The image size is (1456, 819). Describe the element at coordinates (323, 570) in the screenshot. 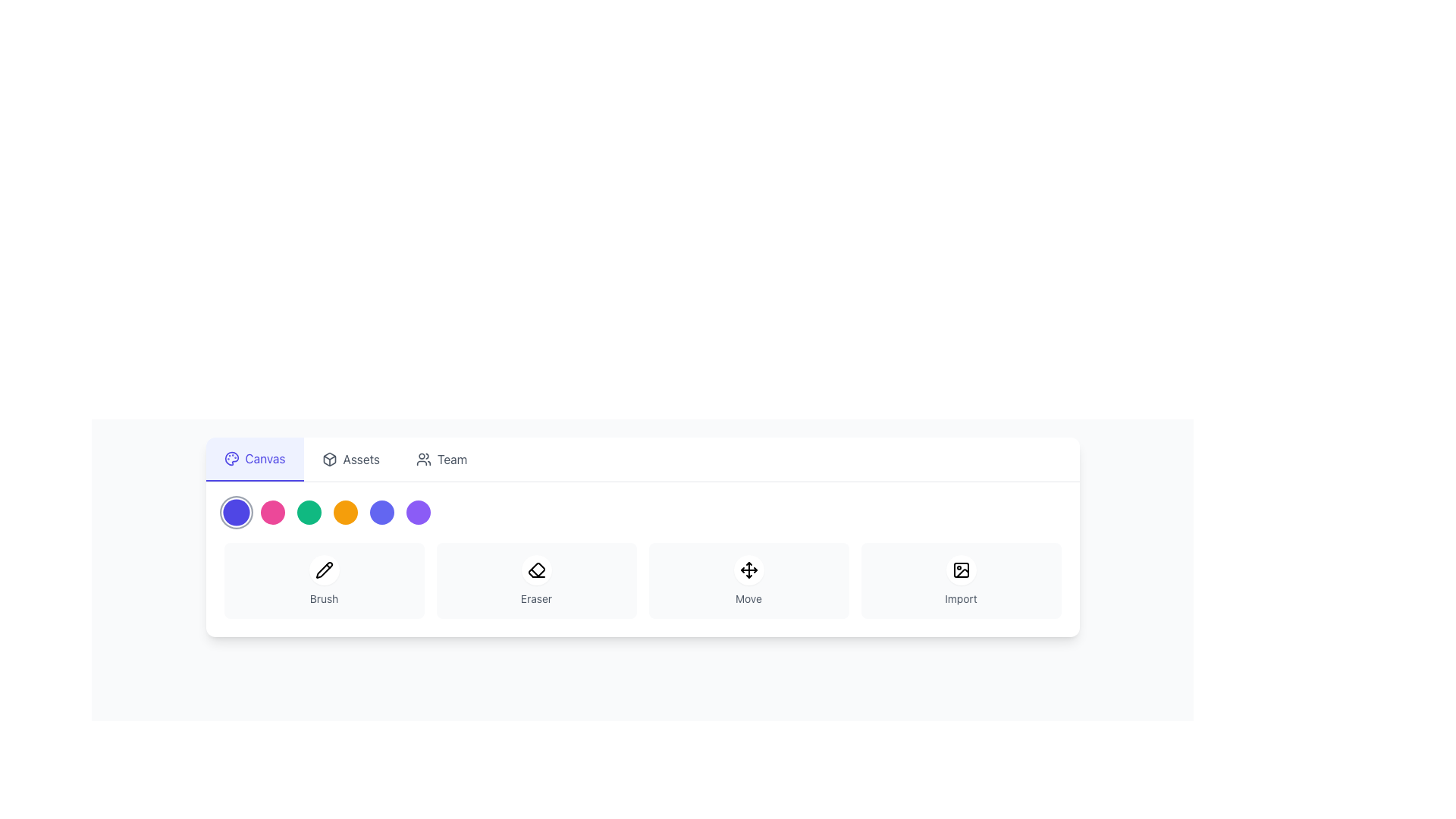

I see `the pencil icon located at the center of the 'Brush' button in the toolbar` at that location.